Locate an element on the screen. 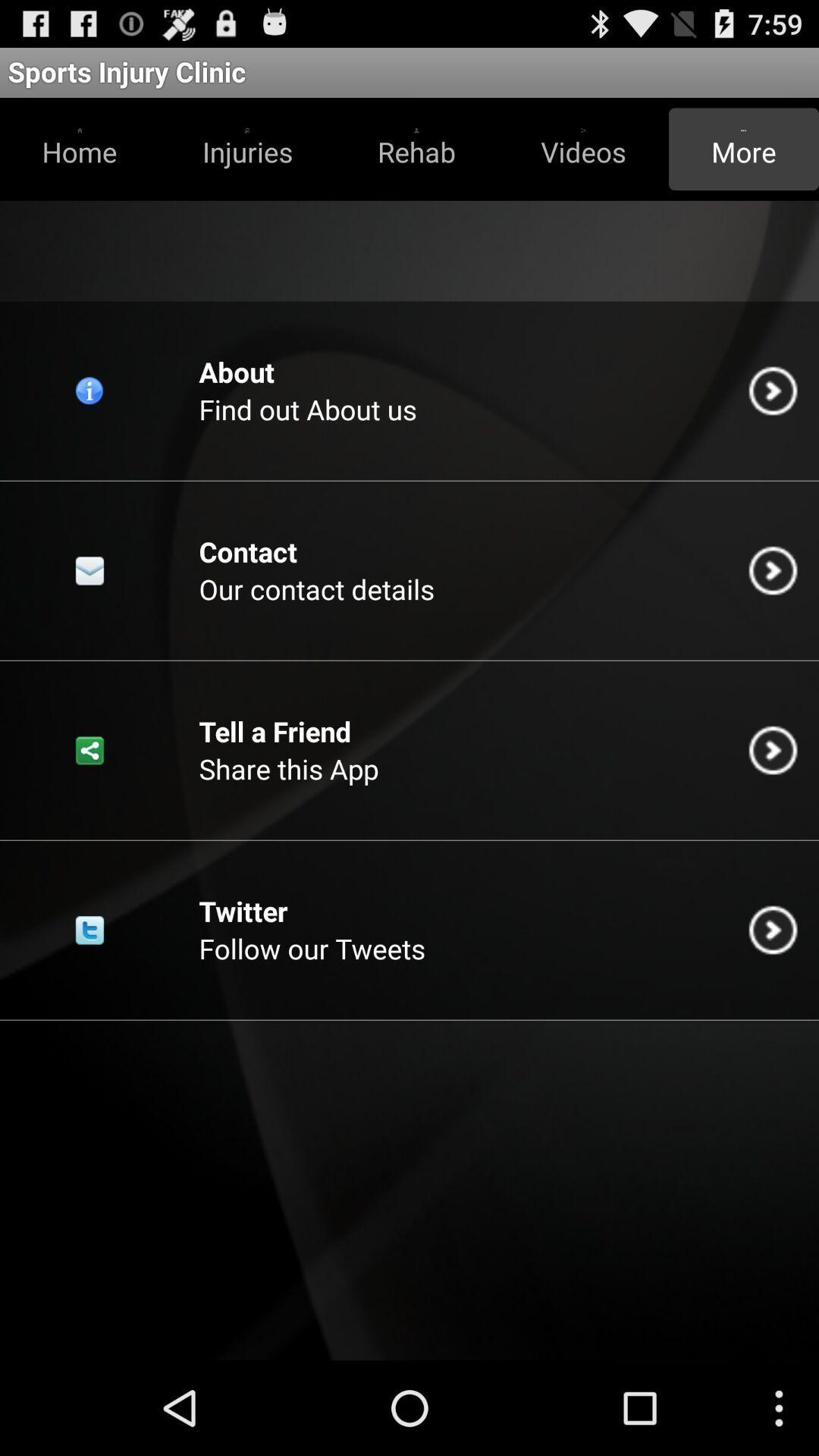 The height and width of the screenshot is (1456, 819). follow our tweets item is located at coordinates (311, 948).